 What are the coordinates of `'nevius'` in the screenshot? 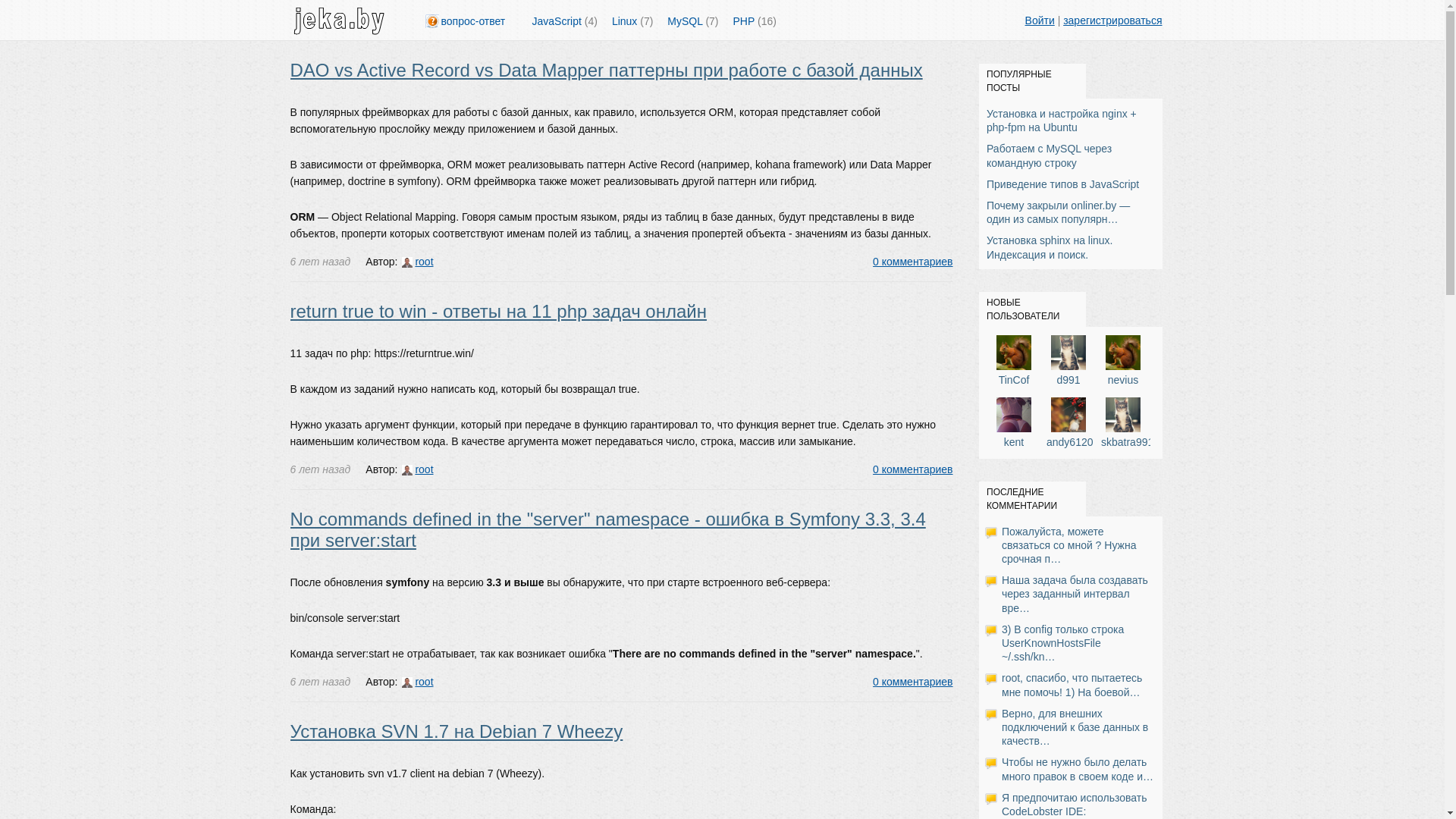 It's located at (1123, 373).